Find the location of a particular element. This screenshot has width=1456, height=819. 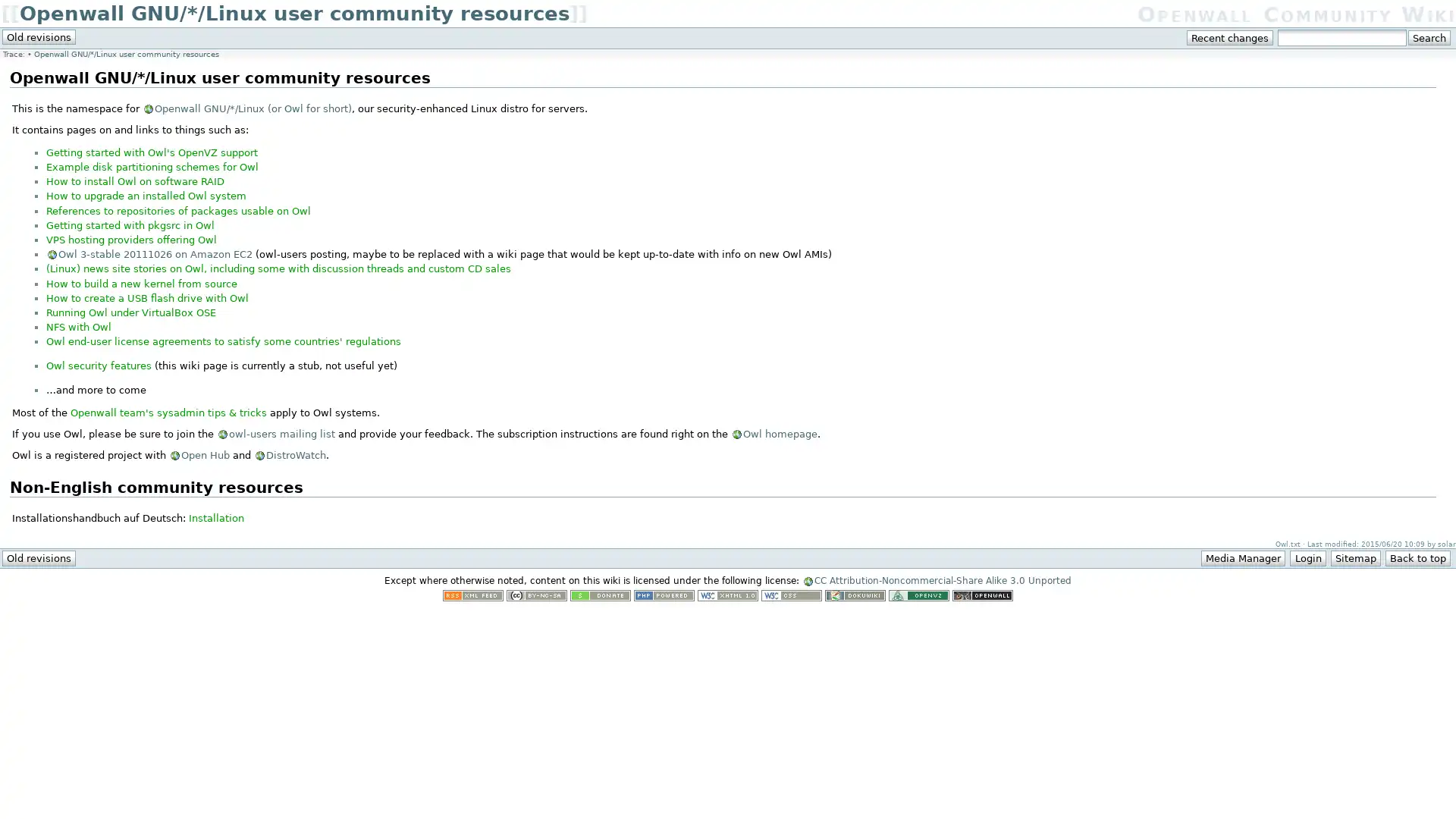

Old revisions is located at coordinates (39, 36).